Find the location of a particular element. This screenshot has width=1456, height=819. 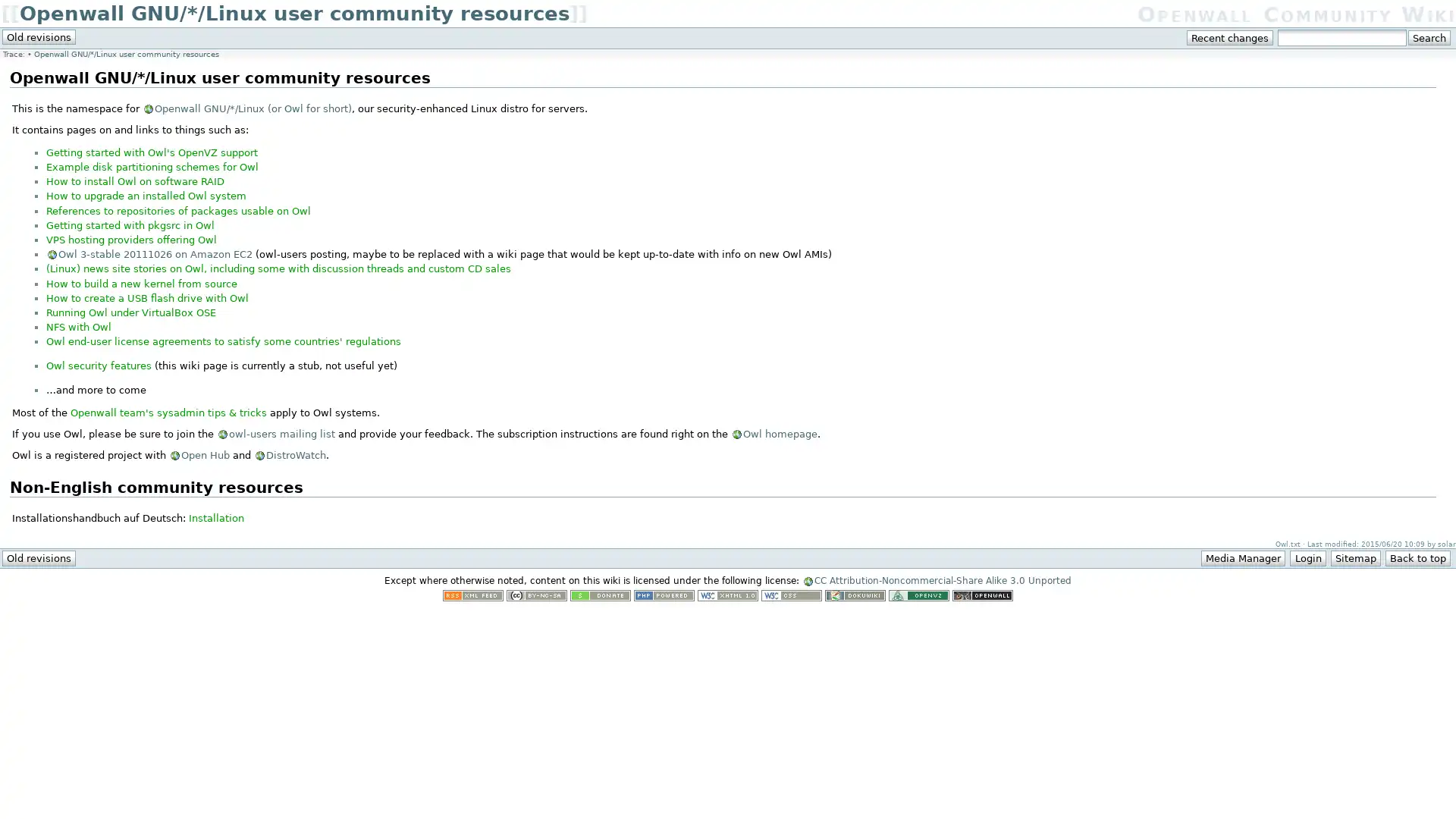

Old revisions is located at coordinates (39, 36).